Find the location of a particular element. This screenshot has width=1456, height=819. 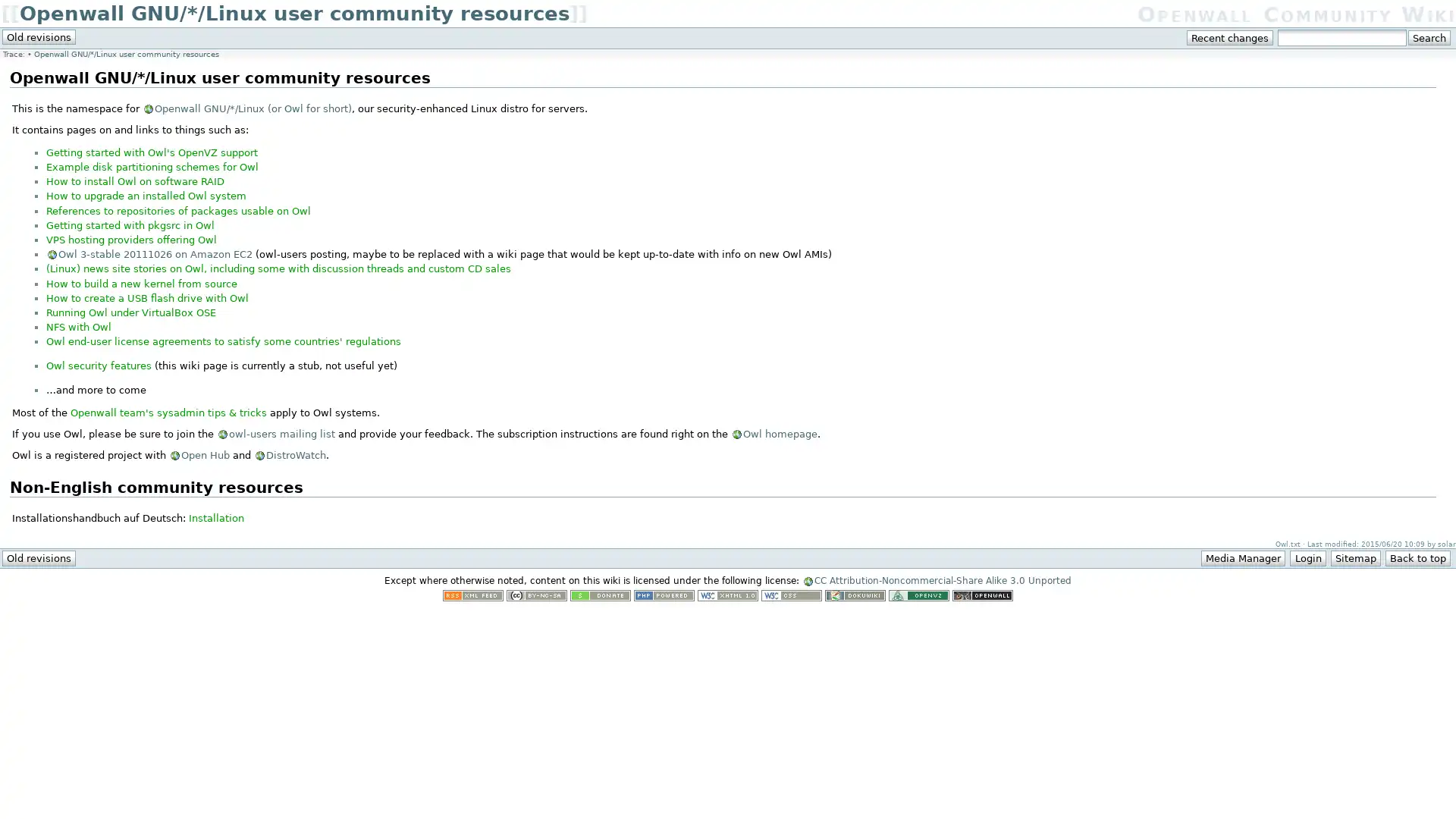

Old revisions is located at coordinates (39, 36).